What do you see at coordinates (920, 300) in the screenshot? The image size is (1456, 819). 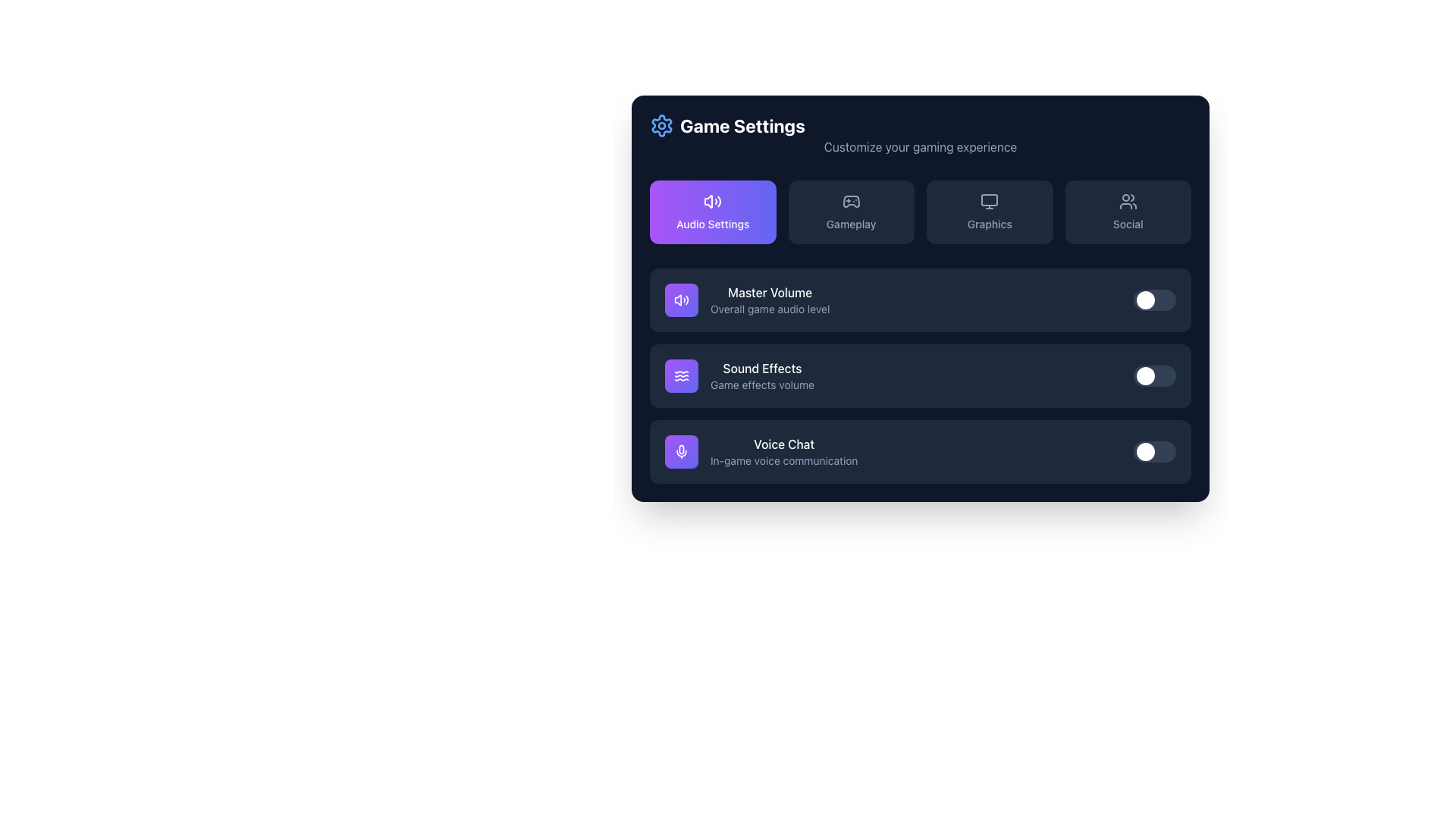 I see `the first Toggleable List Item under 'Game Settings'` at bounding box center [920, 300].